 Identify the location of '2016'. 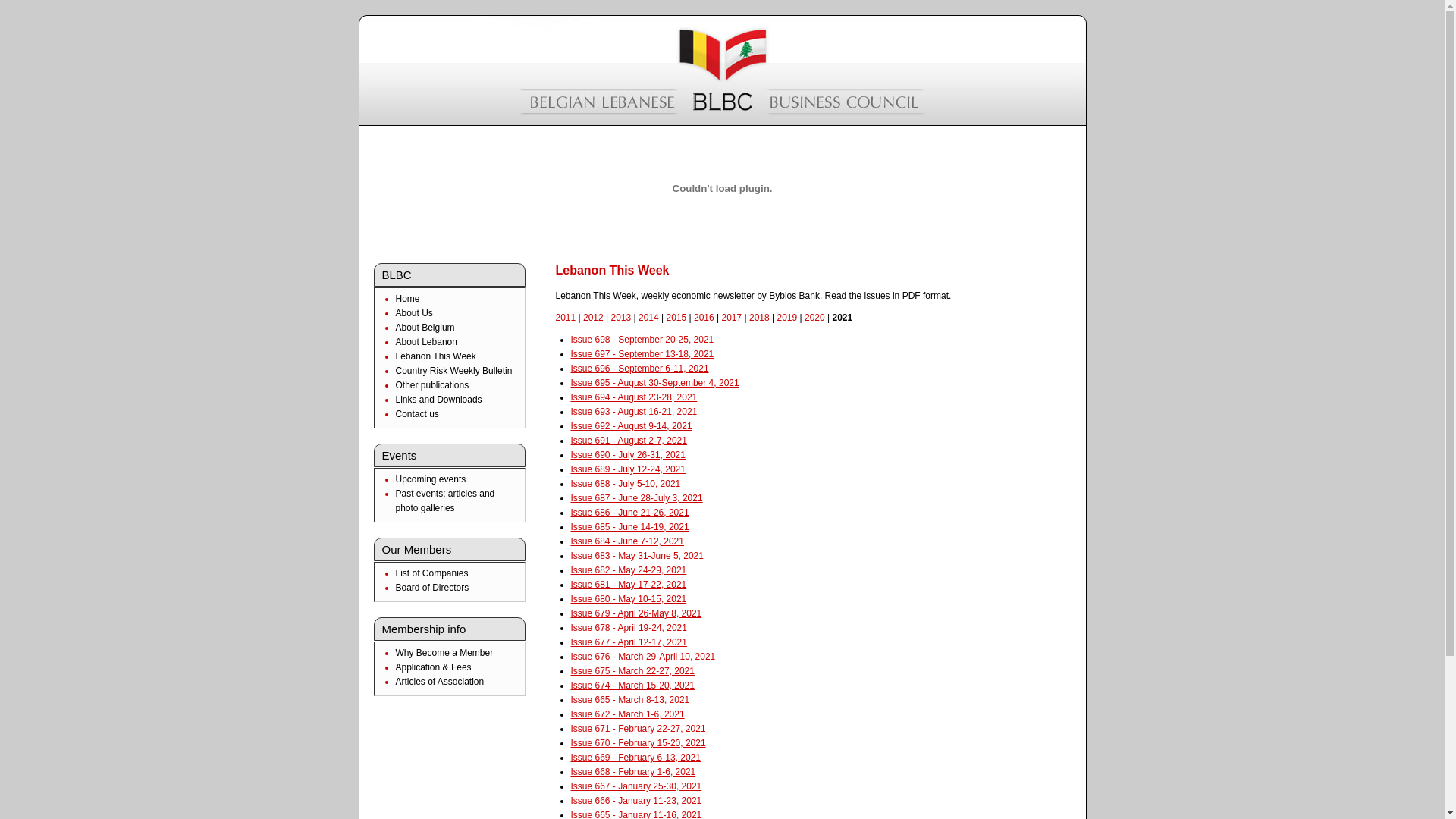
(703, 317).